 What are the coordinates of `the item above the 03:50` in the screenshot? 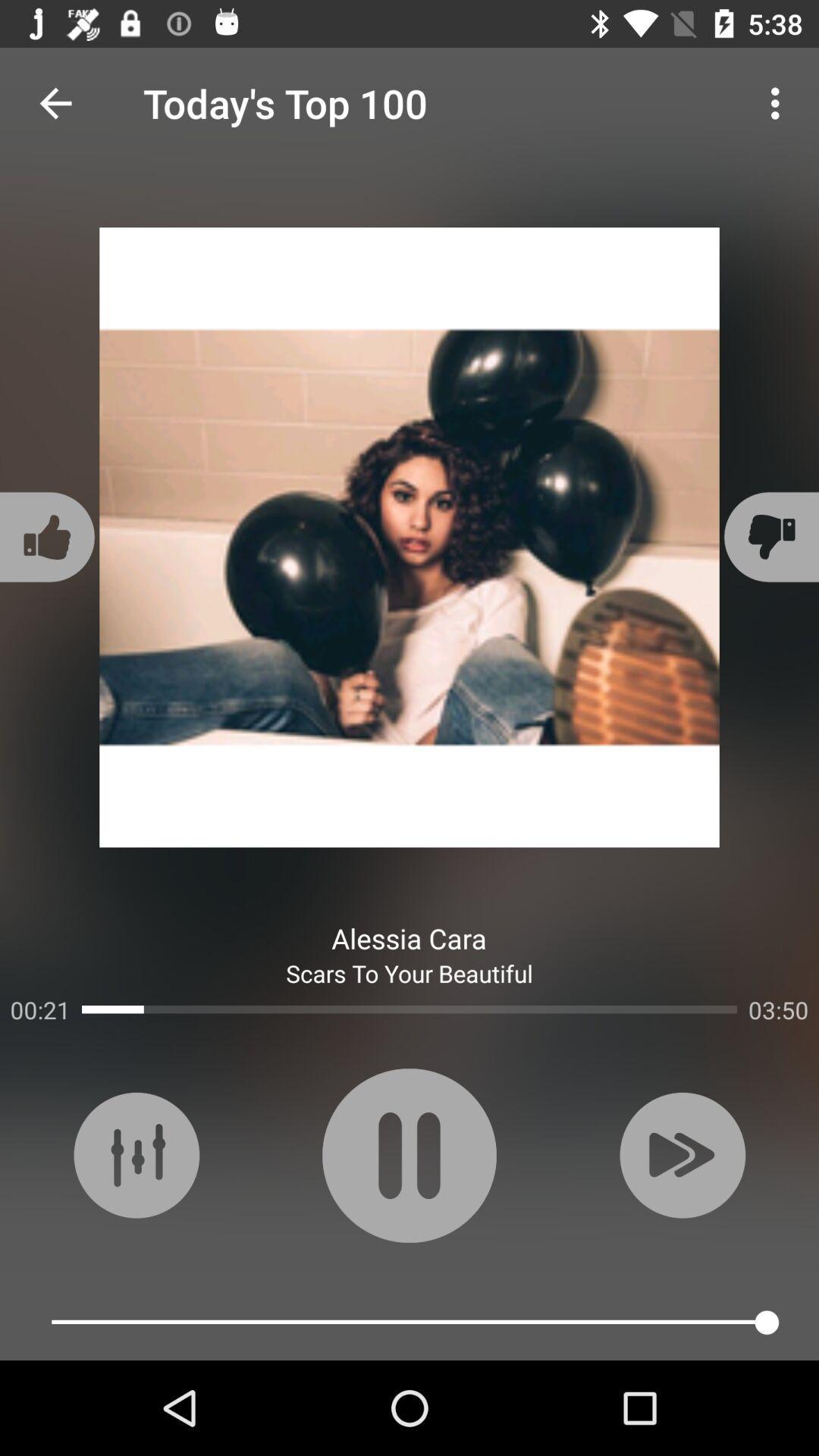 It's located at (769, 537).